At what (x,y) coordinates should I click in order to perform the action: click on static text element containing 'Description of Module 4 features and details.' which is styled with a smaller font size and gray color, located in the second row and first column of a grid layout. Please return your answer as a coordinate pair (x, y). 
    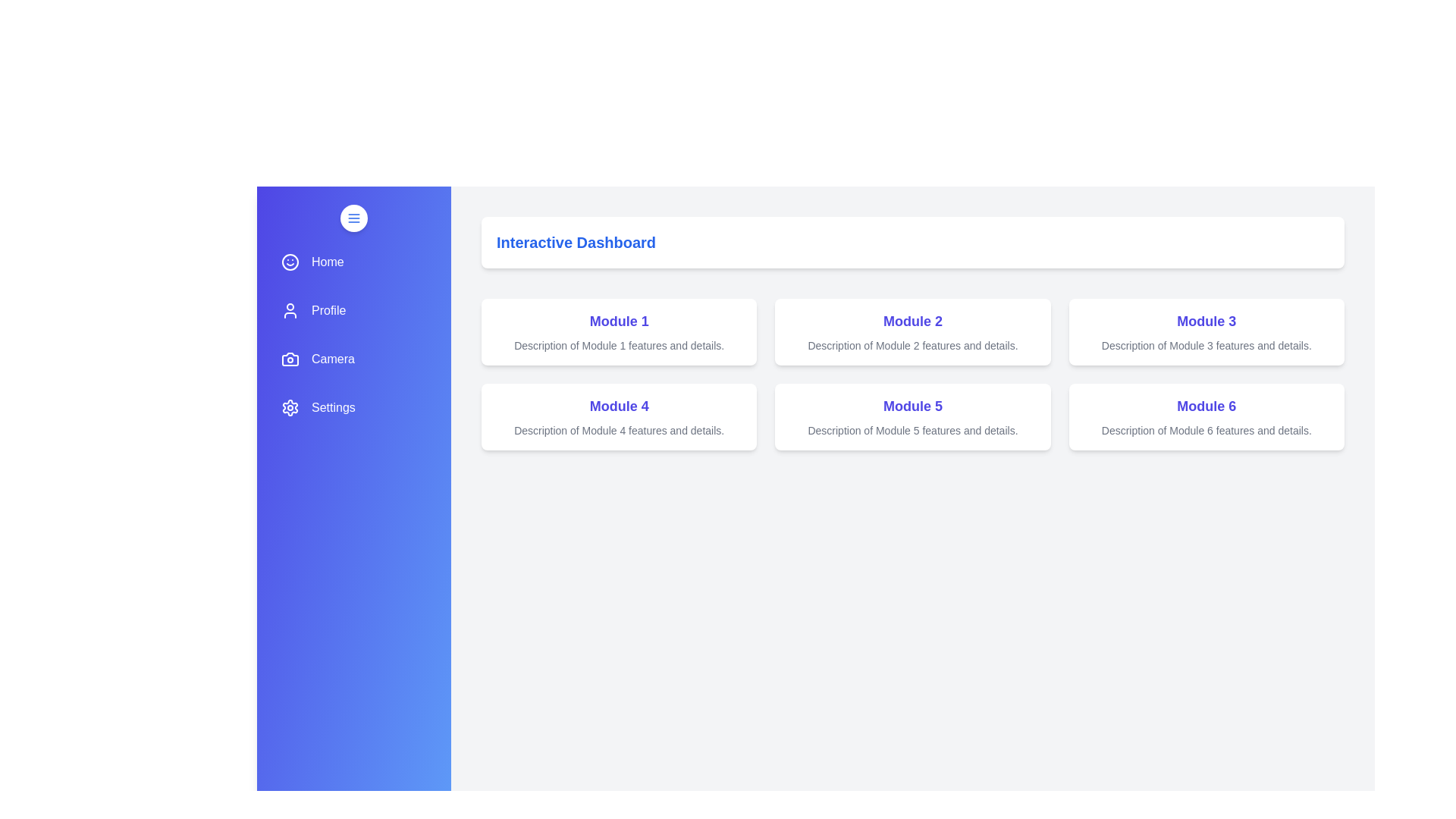
    Looking at the image, I should click on (619, 430).